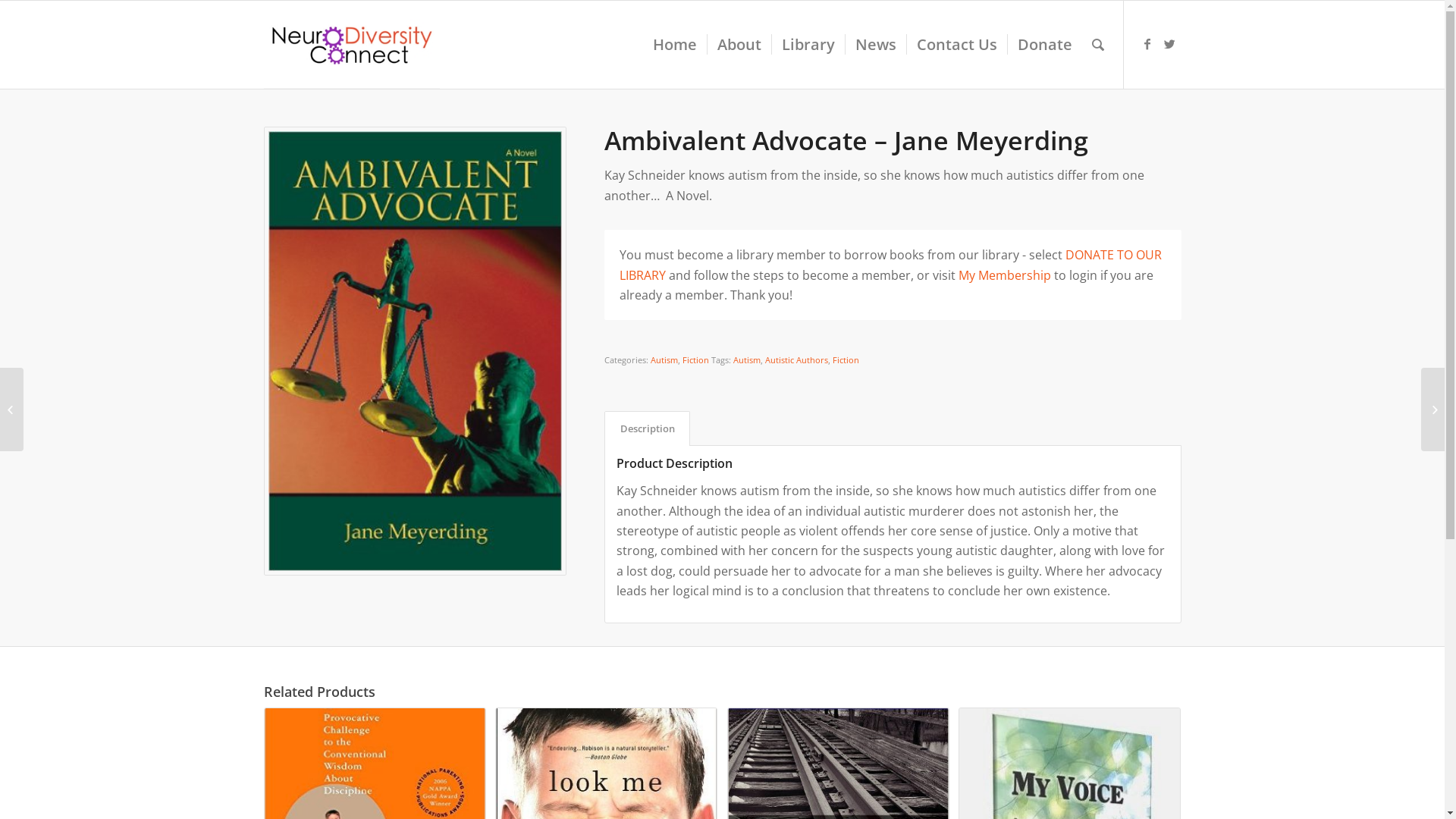 Image resolution: width=1456 pixels, height=819 pixels. Describe the element at coordinates (764, 359) in the screenshot. I see `'Autistic Authors'` at that location.